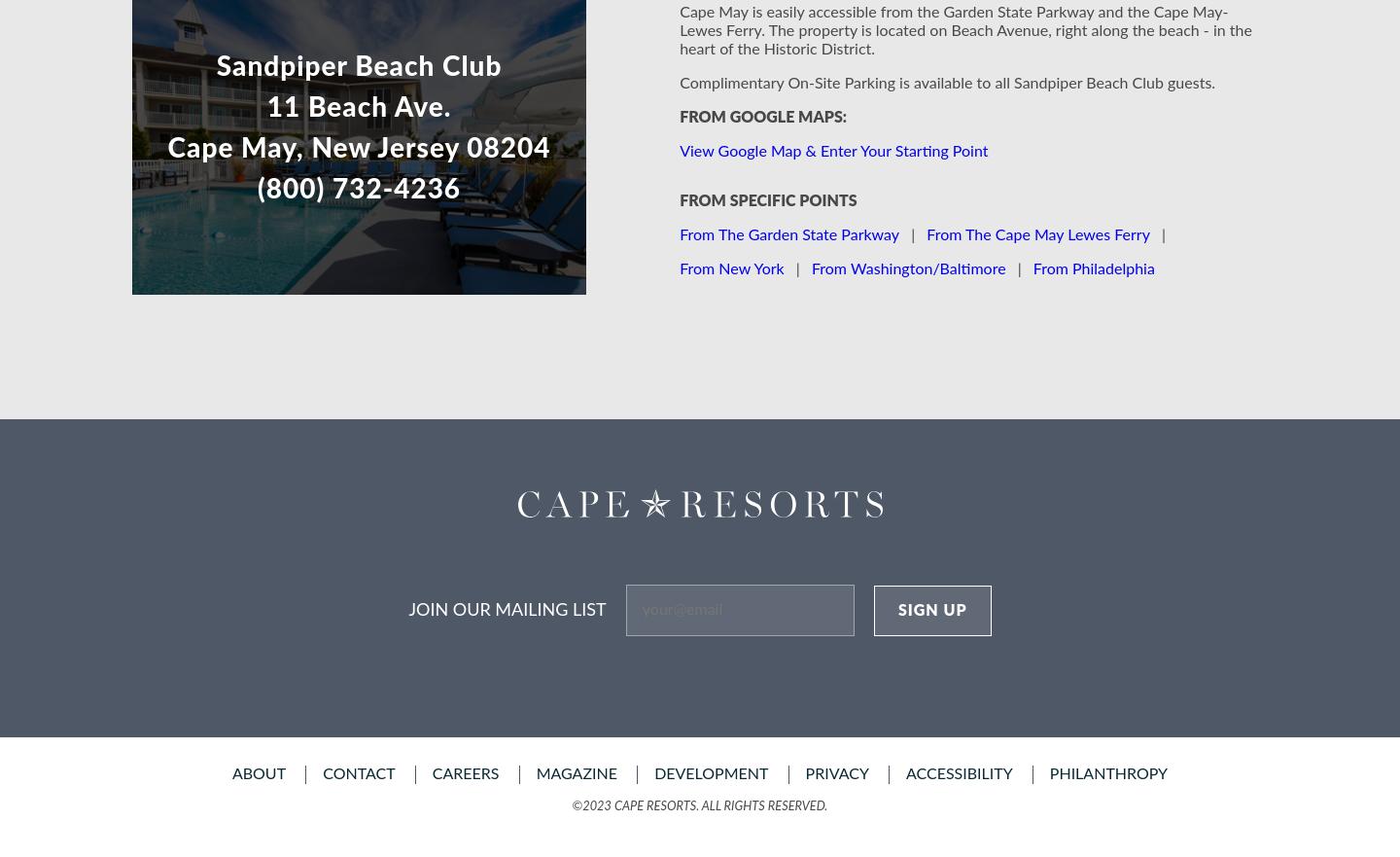  Describe the element at coordinates (957, 773) in the screenshot. I see `'accessibility'` at that location.